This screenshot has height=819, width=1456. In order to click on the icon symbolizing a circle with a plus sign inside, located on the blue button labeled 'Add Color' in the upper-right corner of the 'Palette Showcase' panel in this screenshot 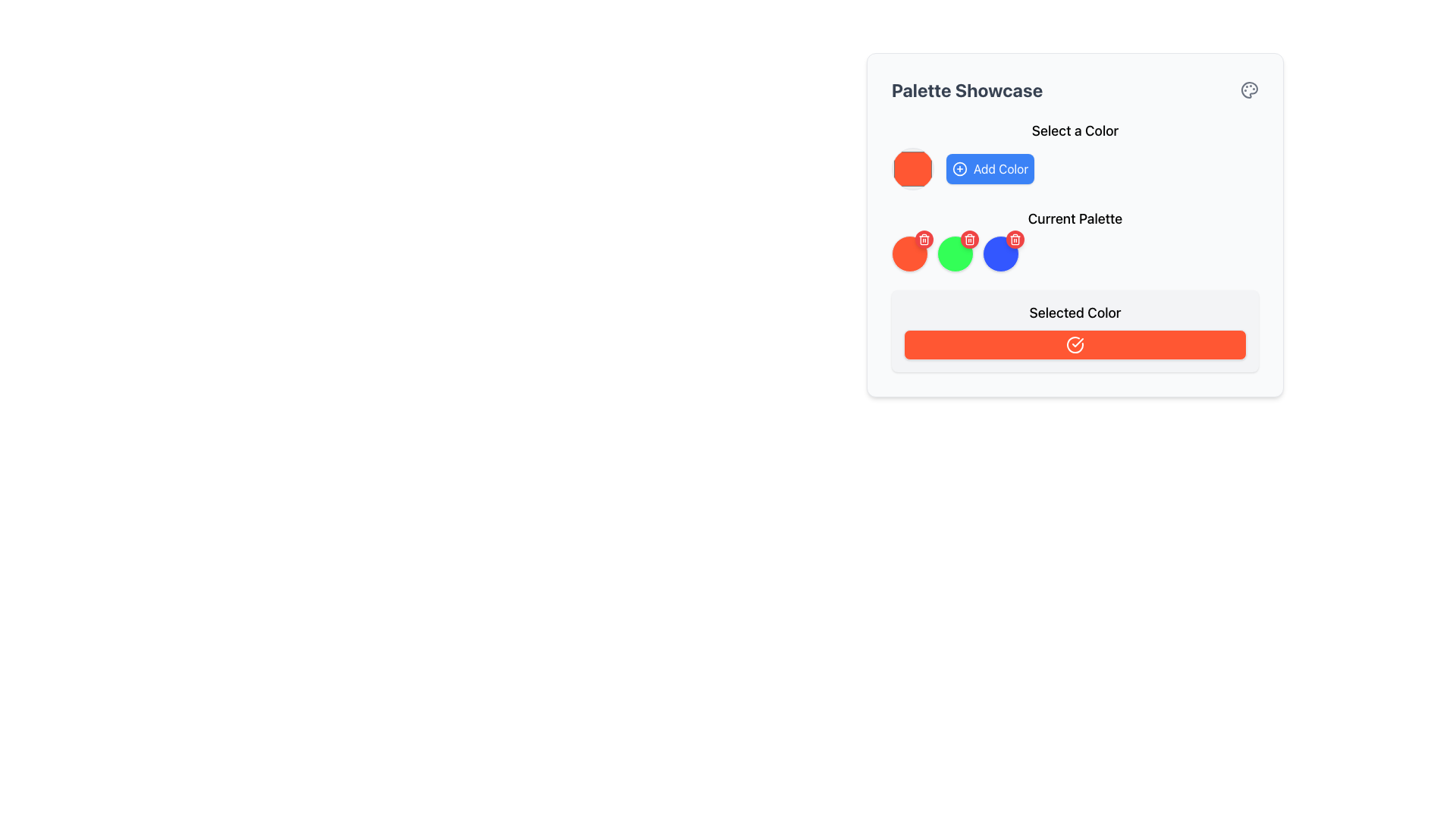, I will do `click(959, 169)`.